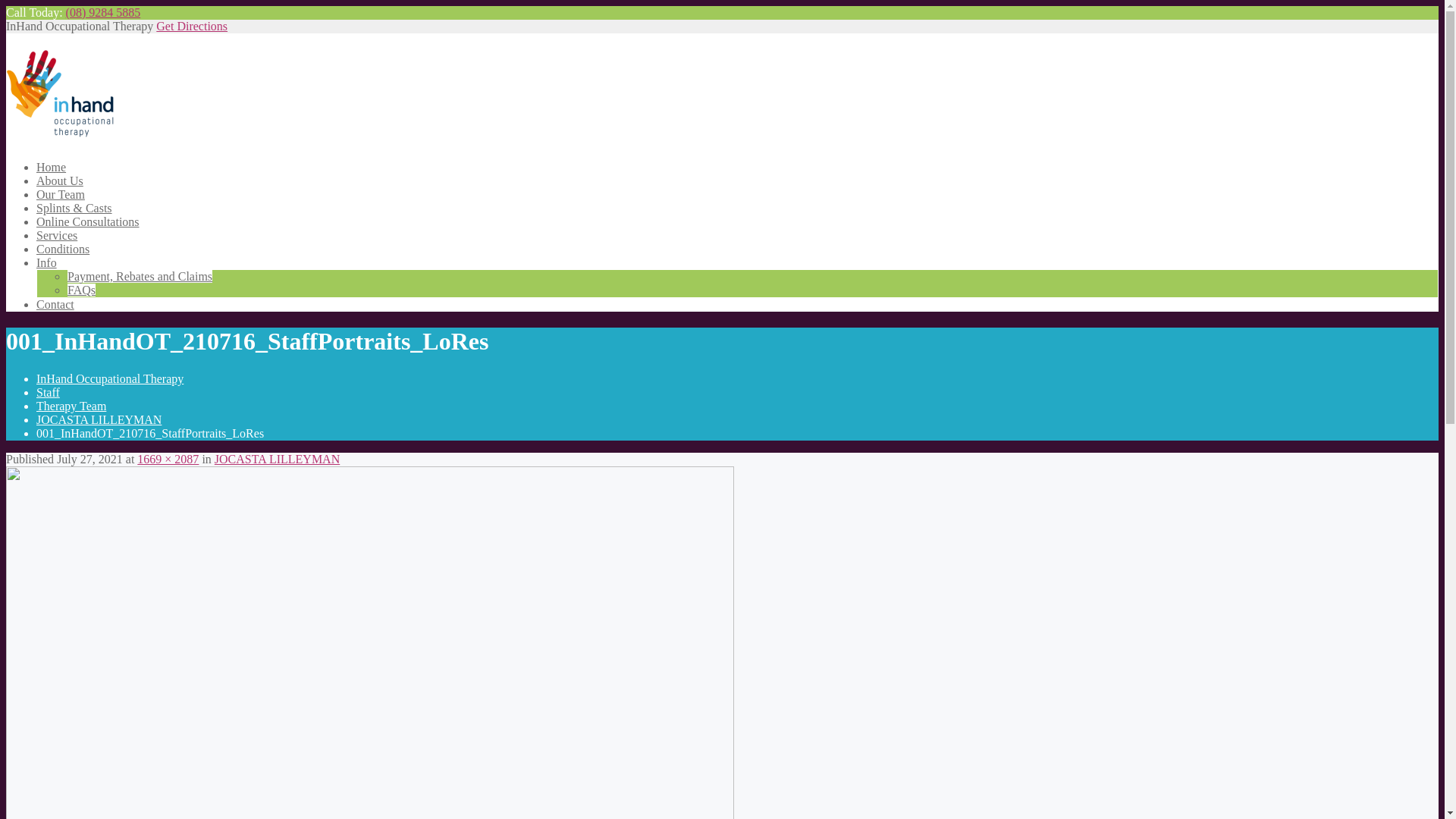  I want to click on 'Get Directions', so click(191, 26).